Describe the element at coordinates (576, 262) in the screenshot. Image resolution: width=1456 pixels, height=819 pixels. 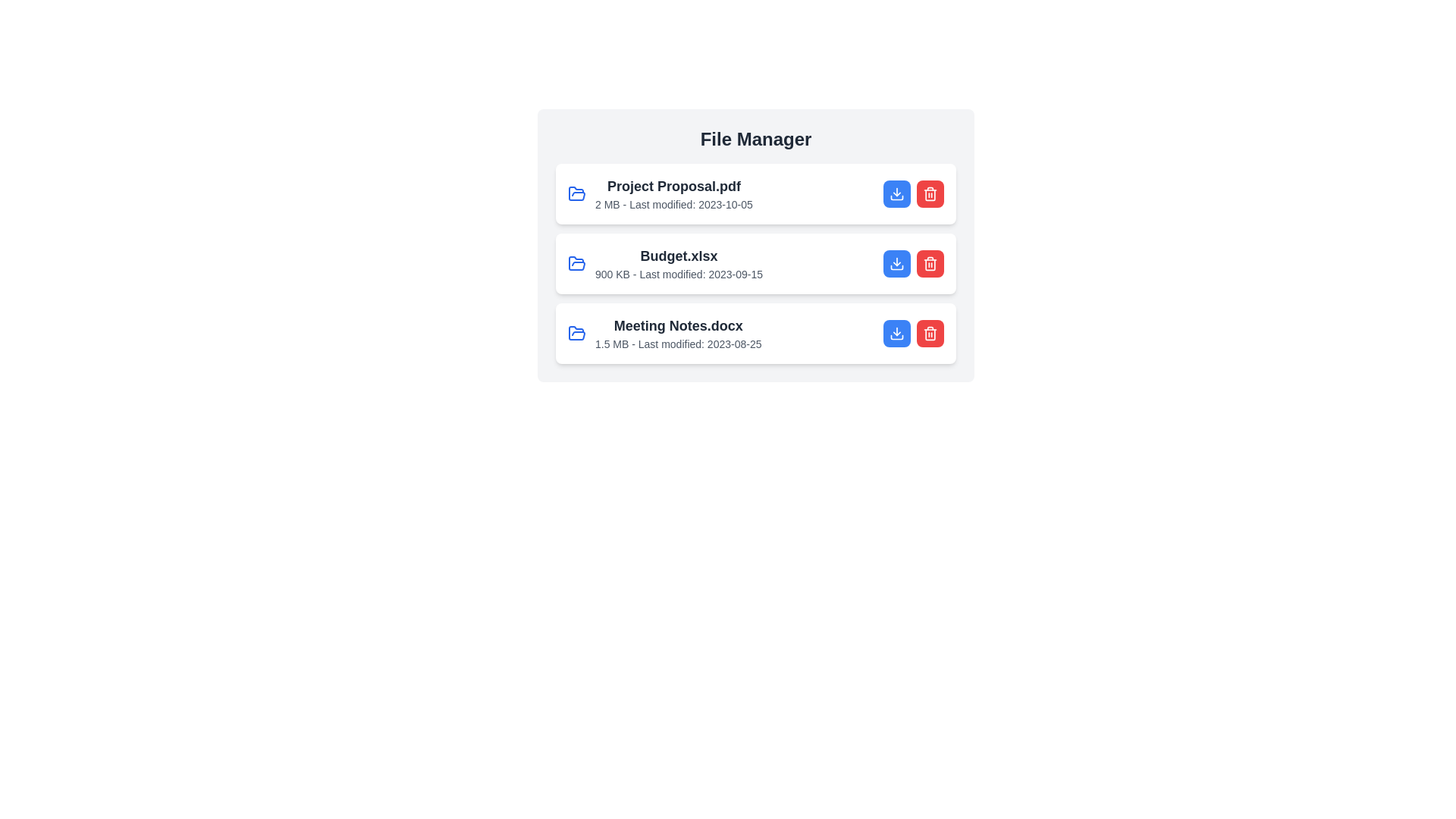
I see `the file icon corresponding to Budget.xlsx` at that location.